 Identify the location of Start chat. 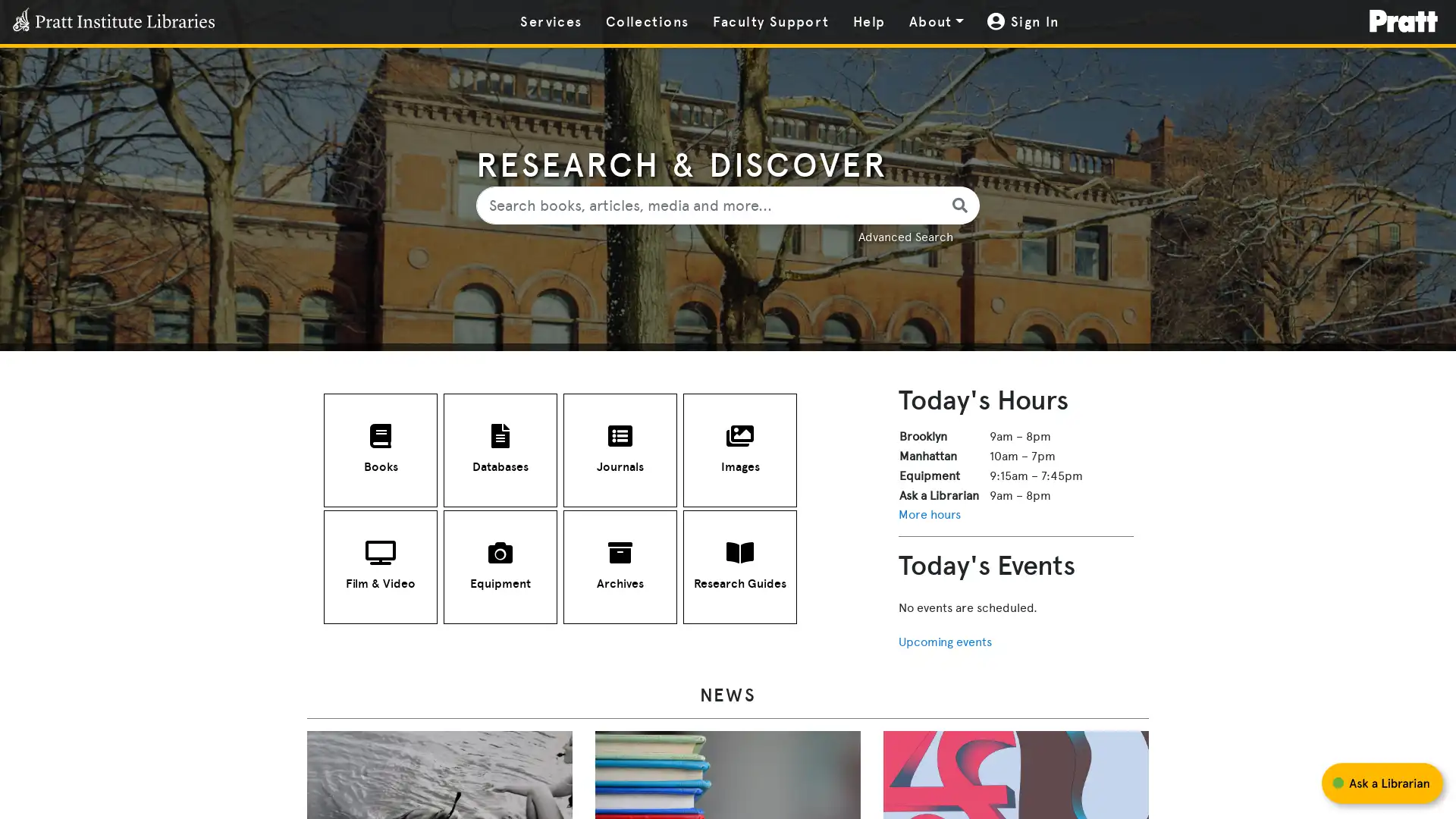
(1382, 783).